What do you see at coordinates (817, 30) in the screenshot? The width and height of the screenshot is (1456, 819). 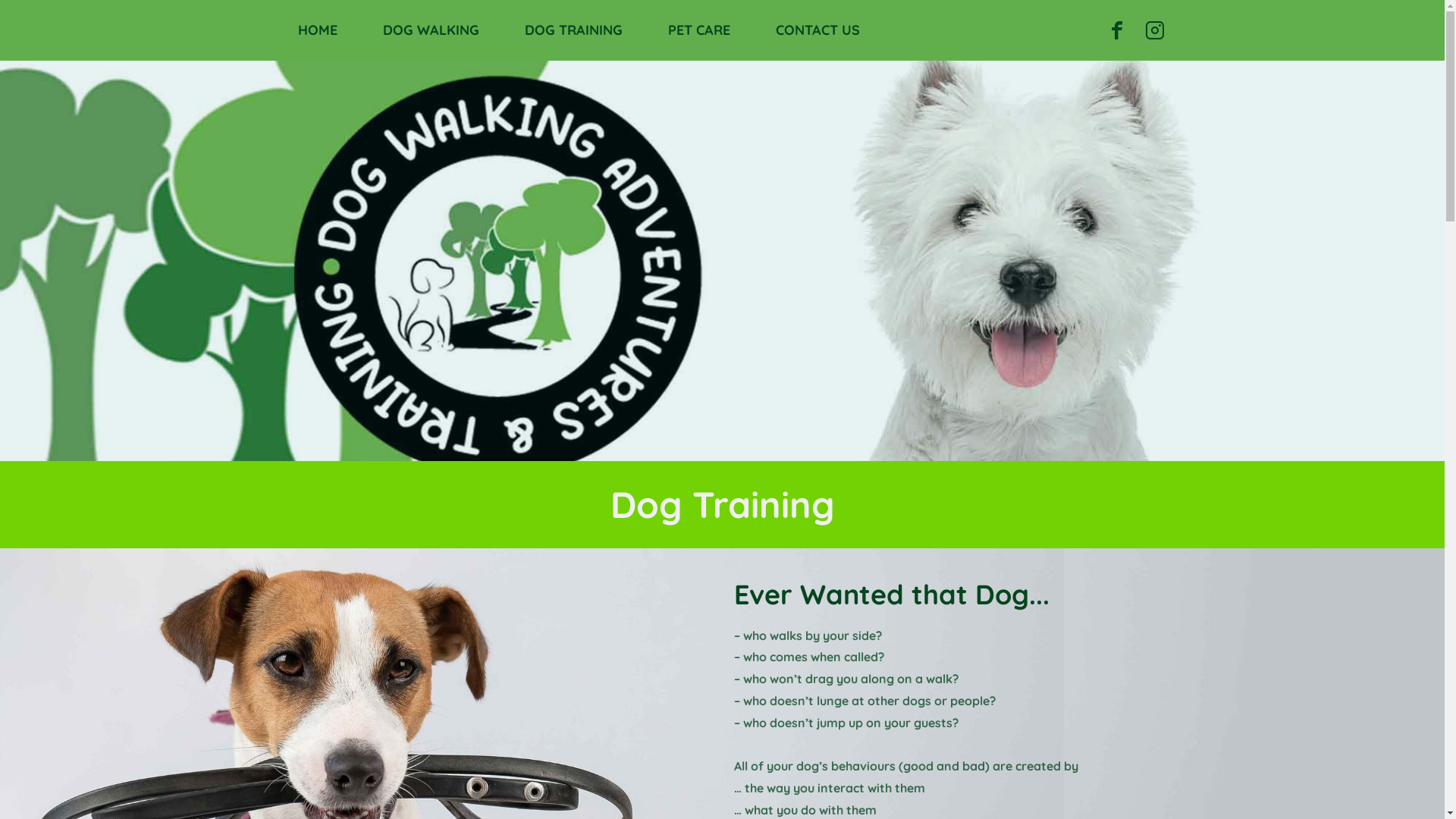 I see `'CONTACT US'` at bounding box center [817, 30].